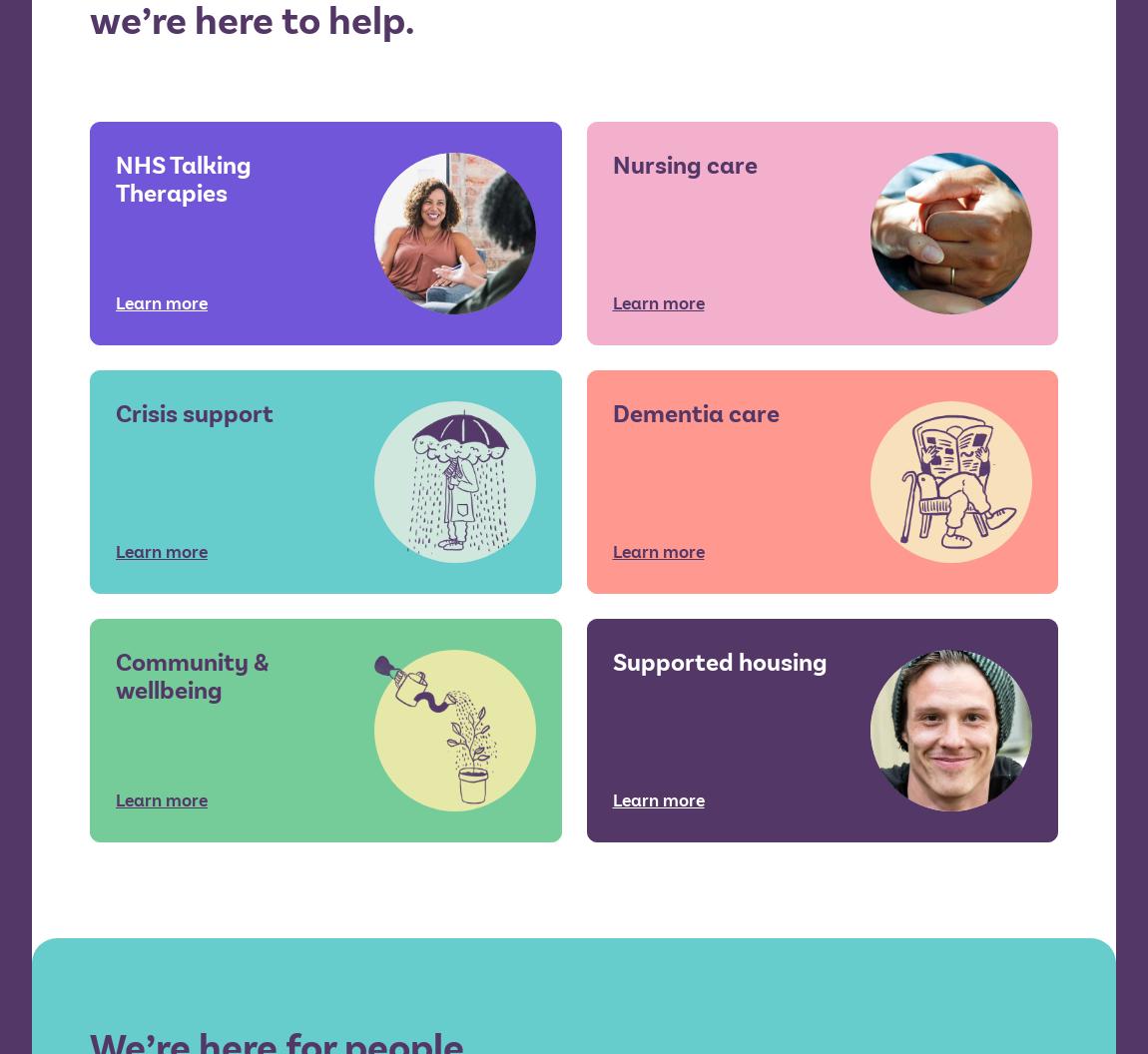 Image resolution: width=1148 pixels, height=1054 pixels. I want to click on 'Address', so click(380, 498).